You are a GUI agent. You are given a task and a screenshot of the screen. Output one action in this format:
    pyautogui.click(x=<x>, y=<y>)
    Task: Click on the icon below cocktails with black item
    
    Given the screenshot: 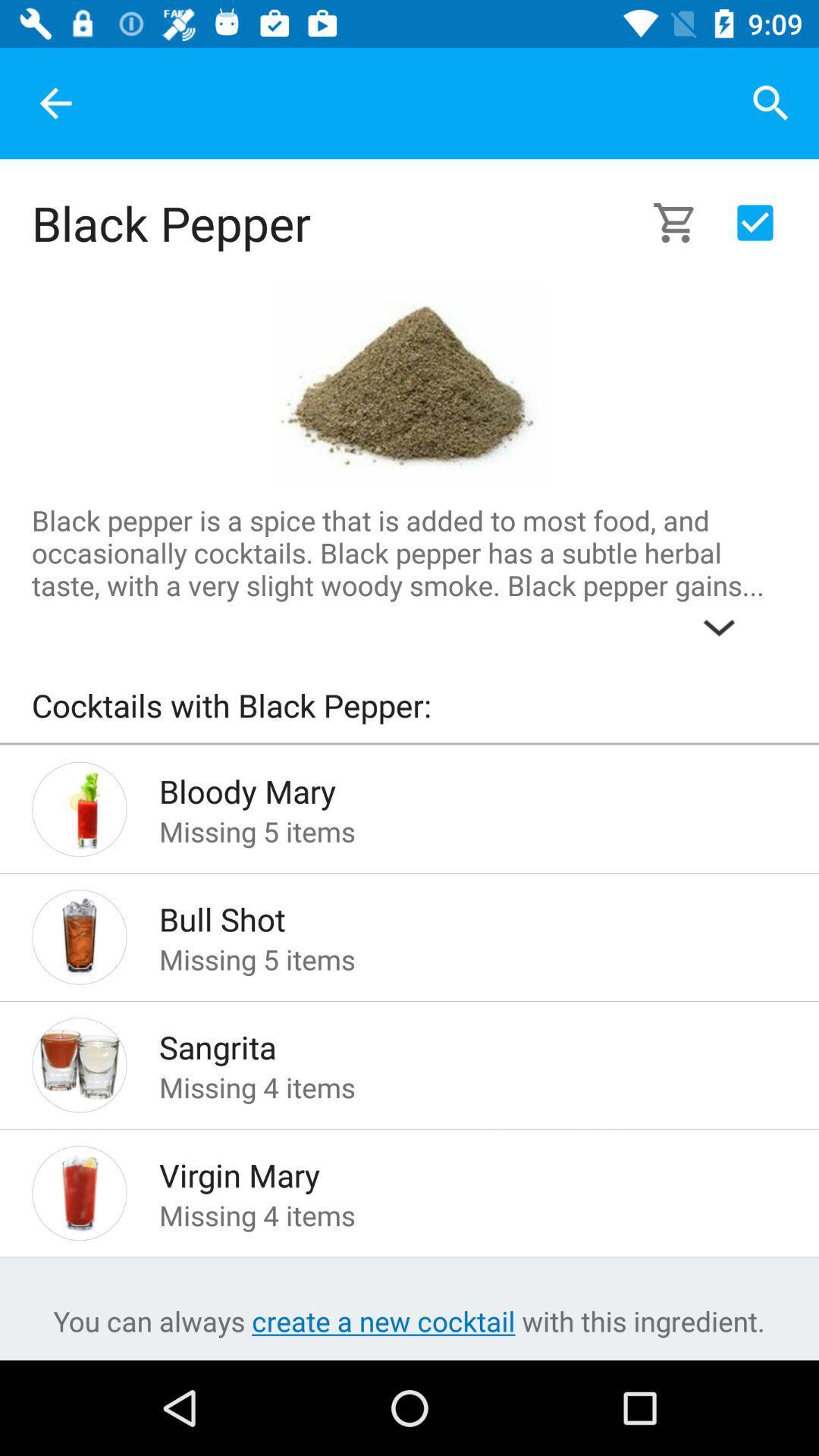 What is the action you would take?
    pyautogui.click(x=409, y=743)
    